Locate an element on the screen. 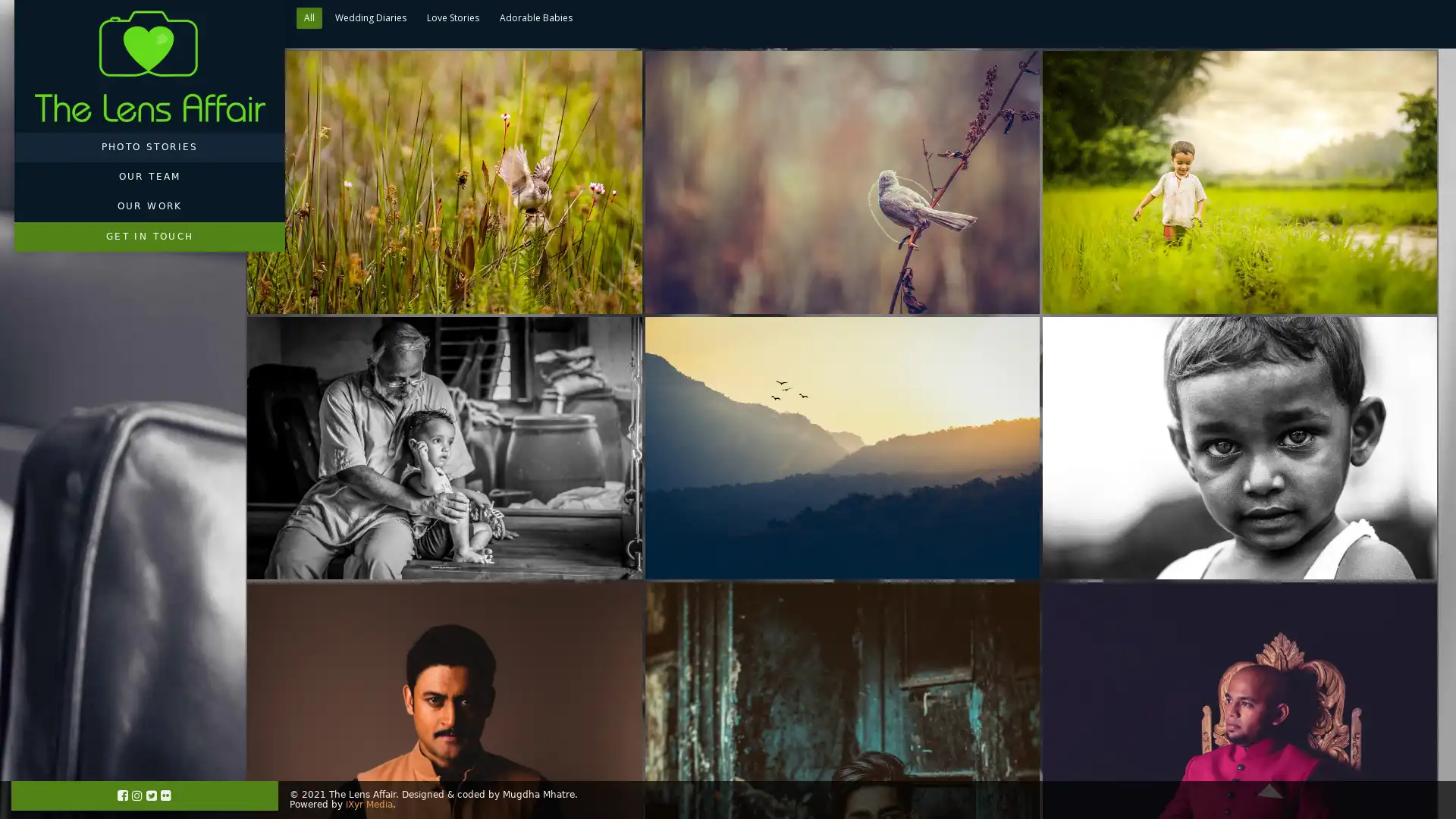  Wedding Diaries is located at coordinates (370, 17).